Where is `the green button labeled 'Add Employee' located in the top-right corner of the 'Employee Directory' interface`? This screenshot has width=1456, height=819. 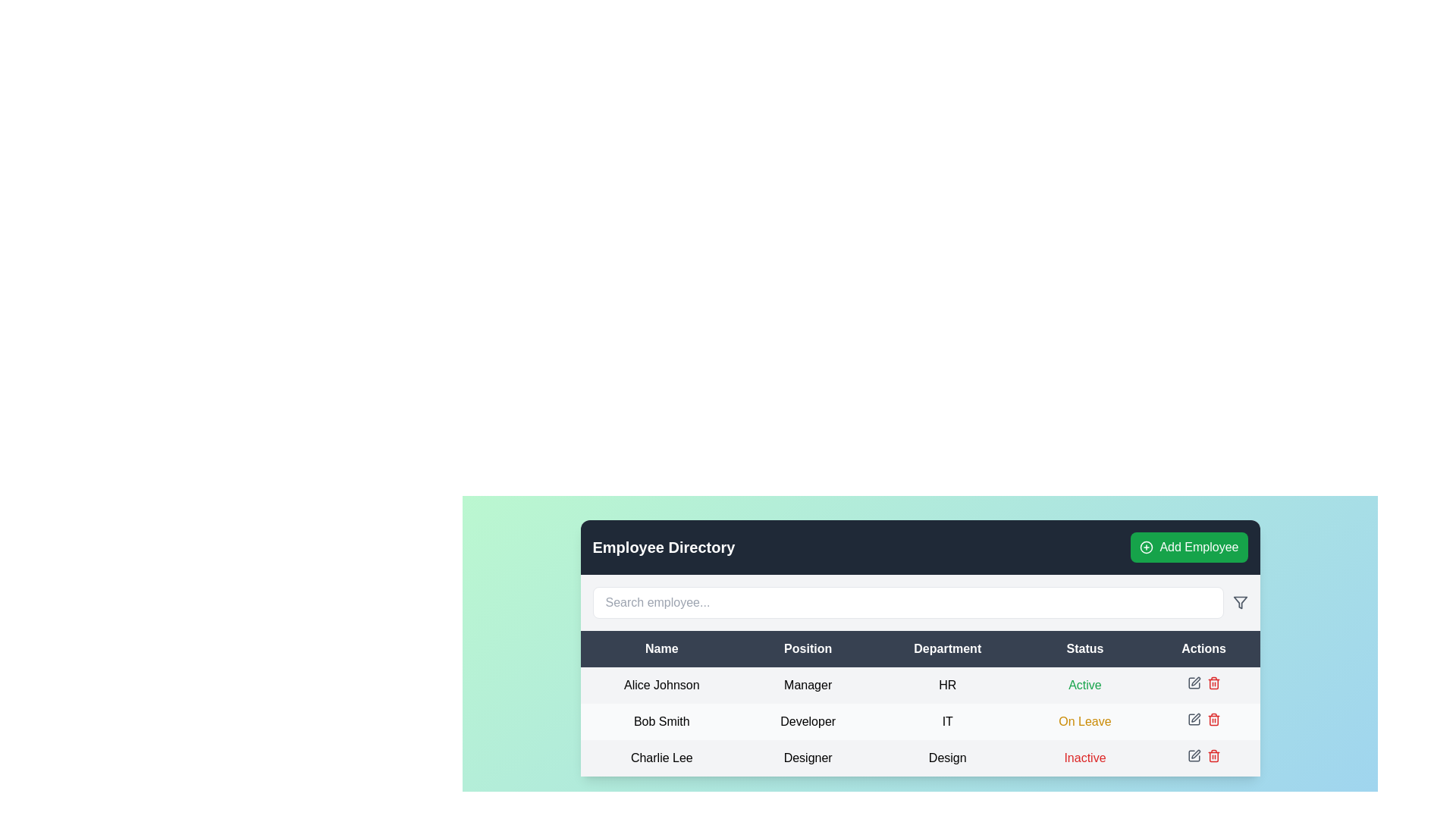 the green button labeled 'Add Employee' located in the top-right corner of the 'Employee Directory' interface is located at coordinates (1188, 547).